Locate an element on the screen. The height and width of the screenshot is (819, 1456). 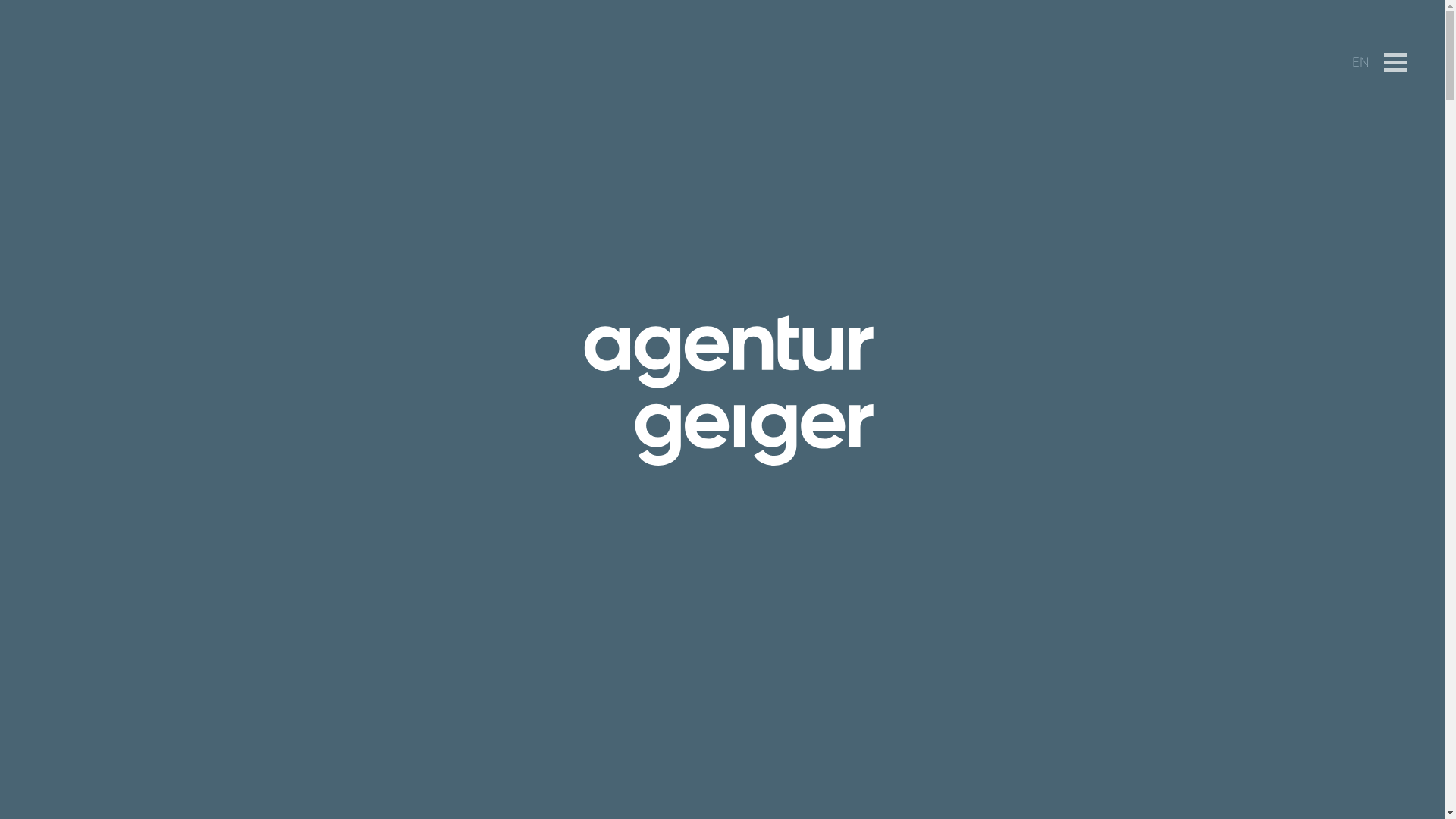
'EN' is located at coordinates (1360, 61).